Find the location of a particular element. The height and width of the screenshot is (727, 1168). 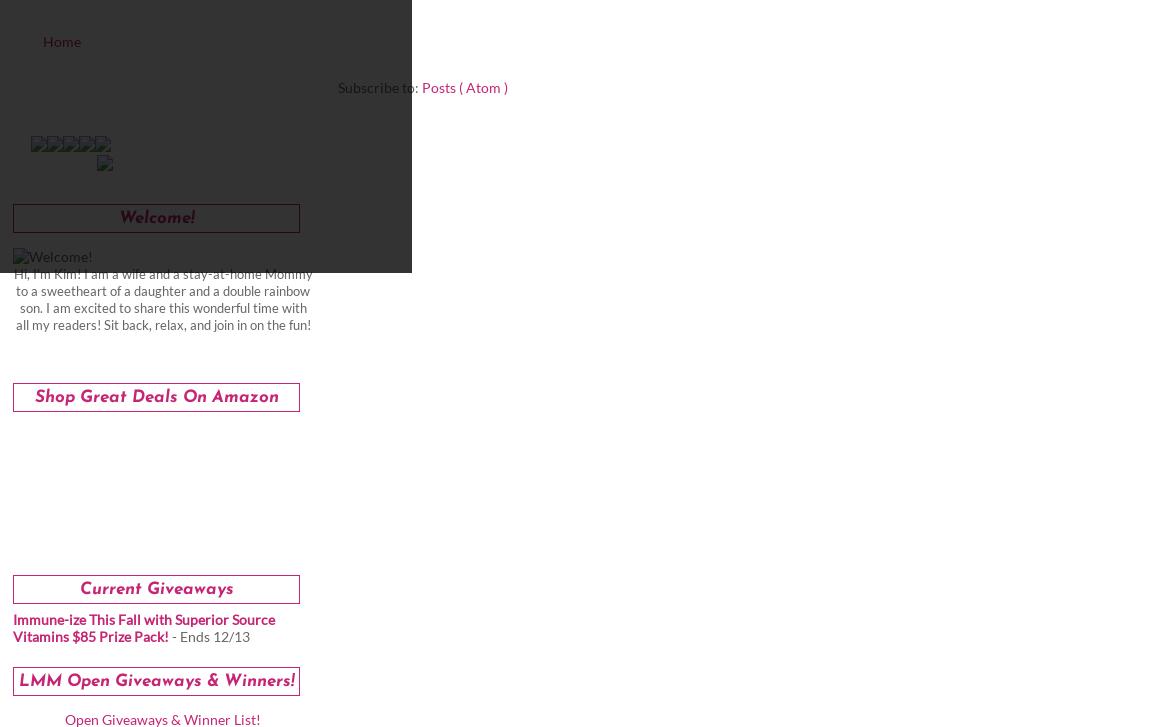

'Hi, I'm Kim! I am a wife and a stay-at-home Mommy to a sweetheart of a daughter and a double rainbow son. I am excited to share this wonderful time with all my readers! Sit back, relax, and join in on the fun!' is located at coordinates (162, 300).